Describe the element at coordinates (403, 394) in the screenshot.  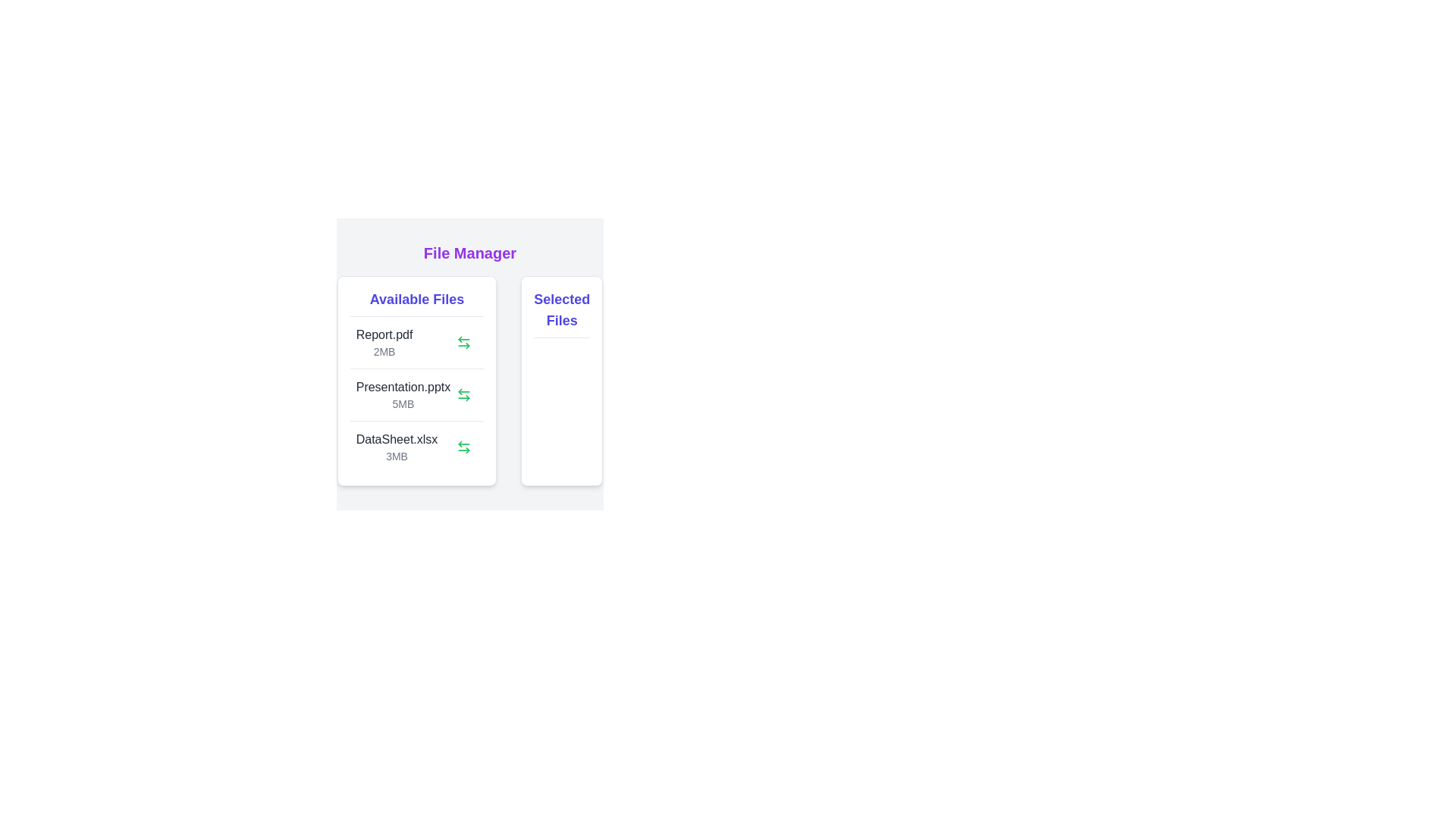
I see `the file item label 'Presentation.pptx' in the 'Available Files' section` at that location.